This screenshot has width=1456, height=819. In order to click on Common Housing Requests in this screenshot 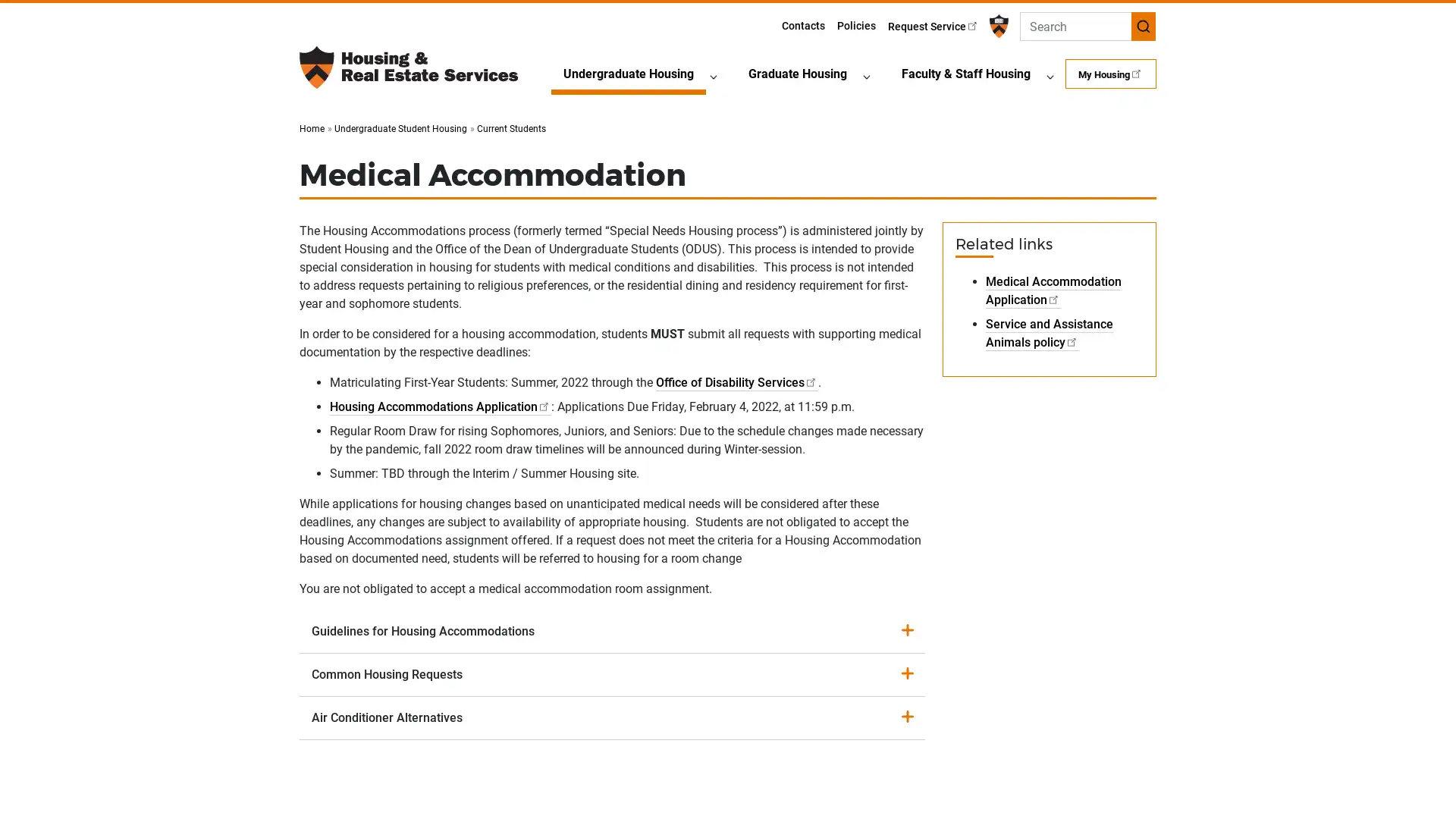, I will do `click(611, 674)`.